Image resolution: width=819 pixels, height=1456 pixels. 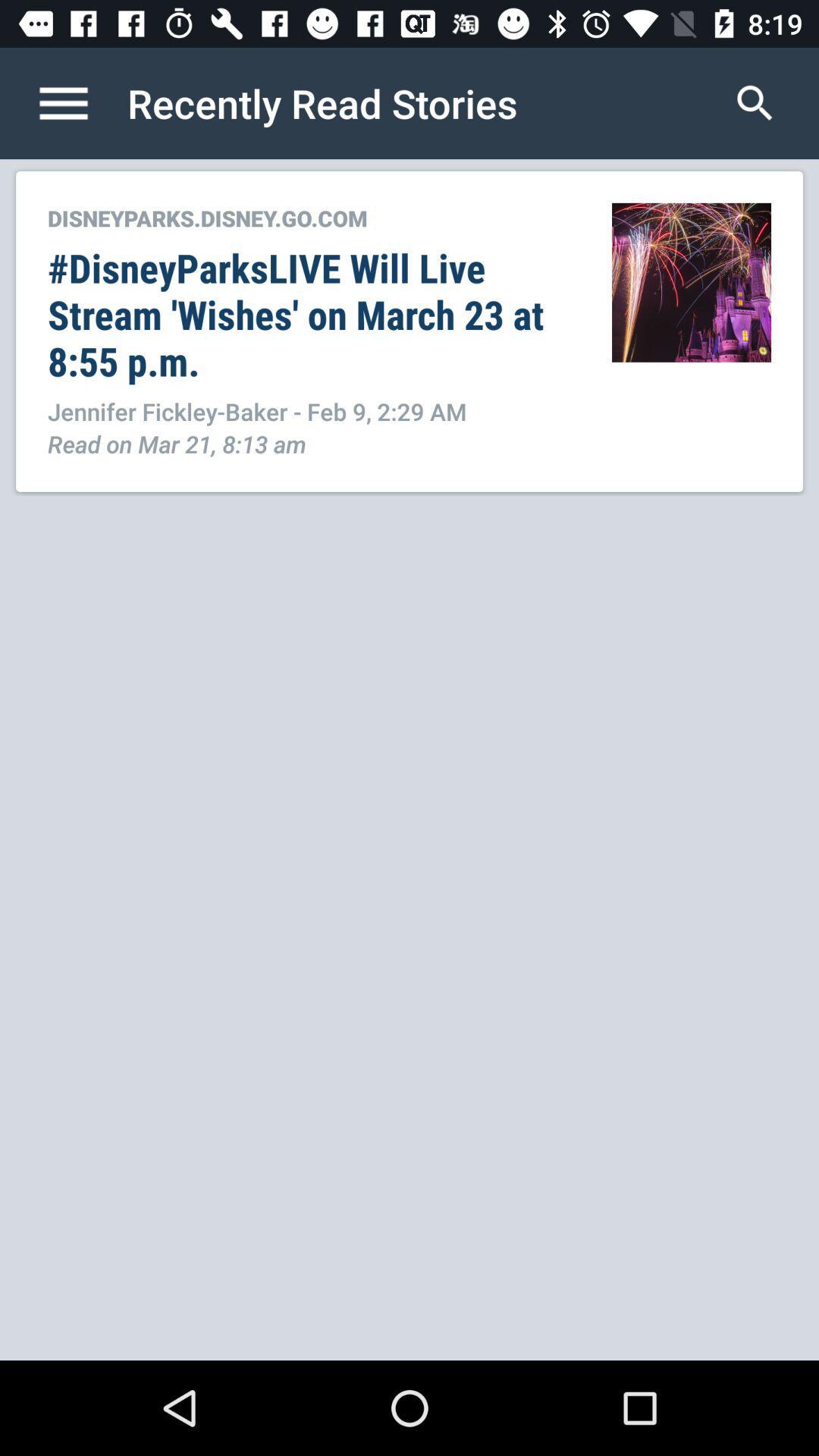 I want to click on open menu, so click(x=79, y=102).